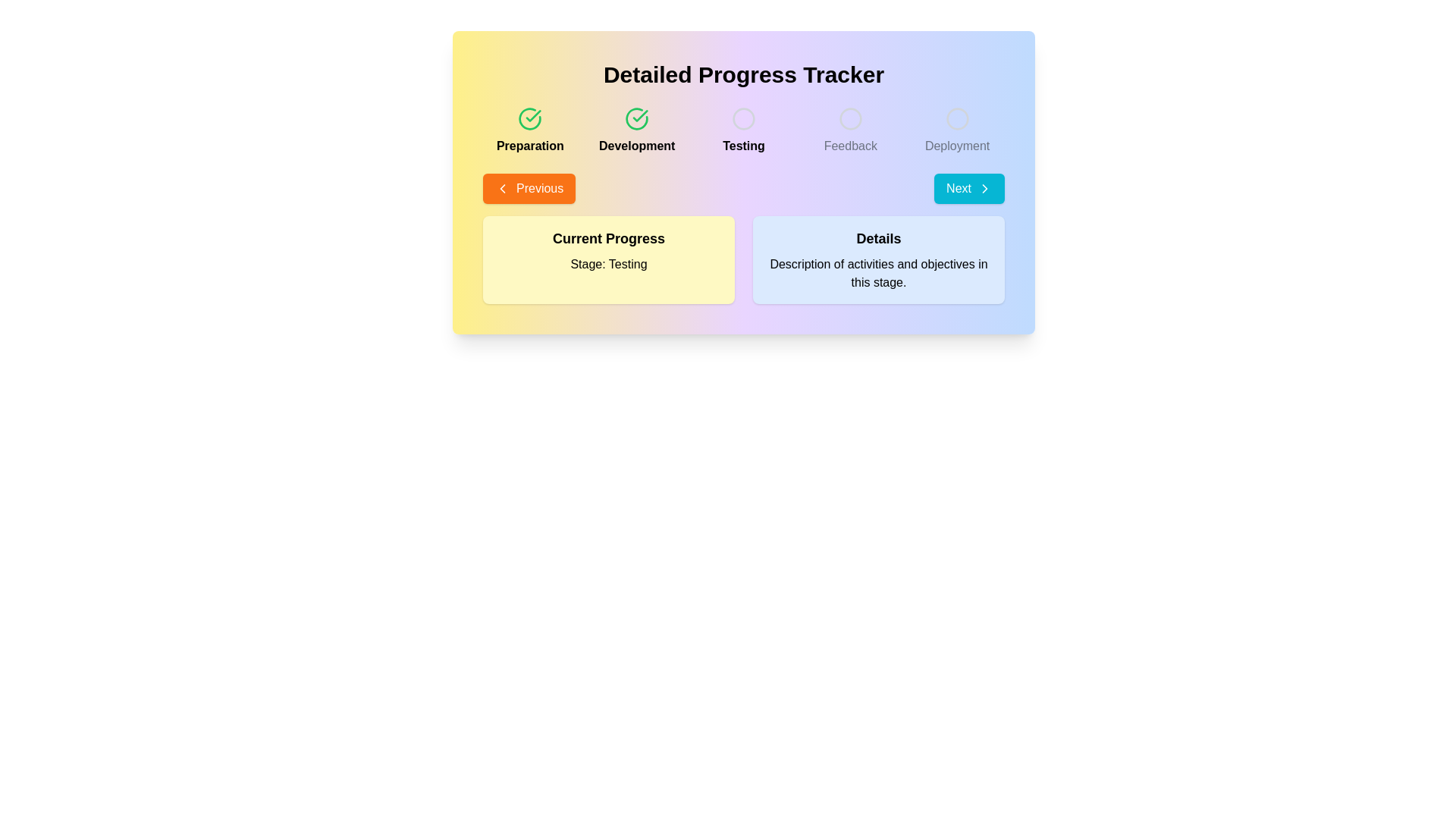 Image resolution: width=1456 pixels, height=819 pixels. I want to click on the circular icon representing the 'Development' stage in the progress tracker at the top of the interface, so click(640, 115).